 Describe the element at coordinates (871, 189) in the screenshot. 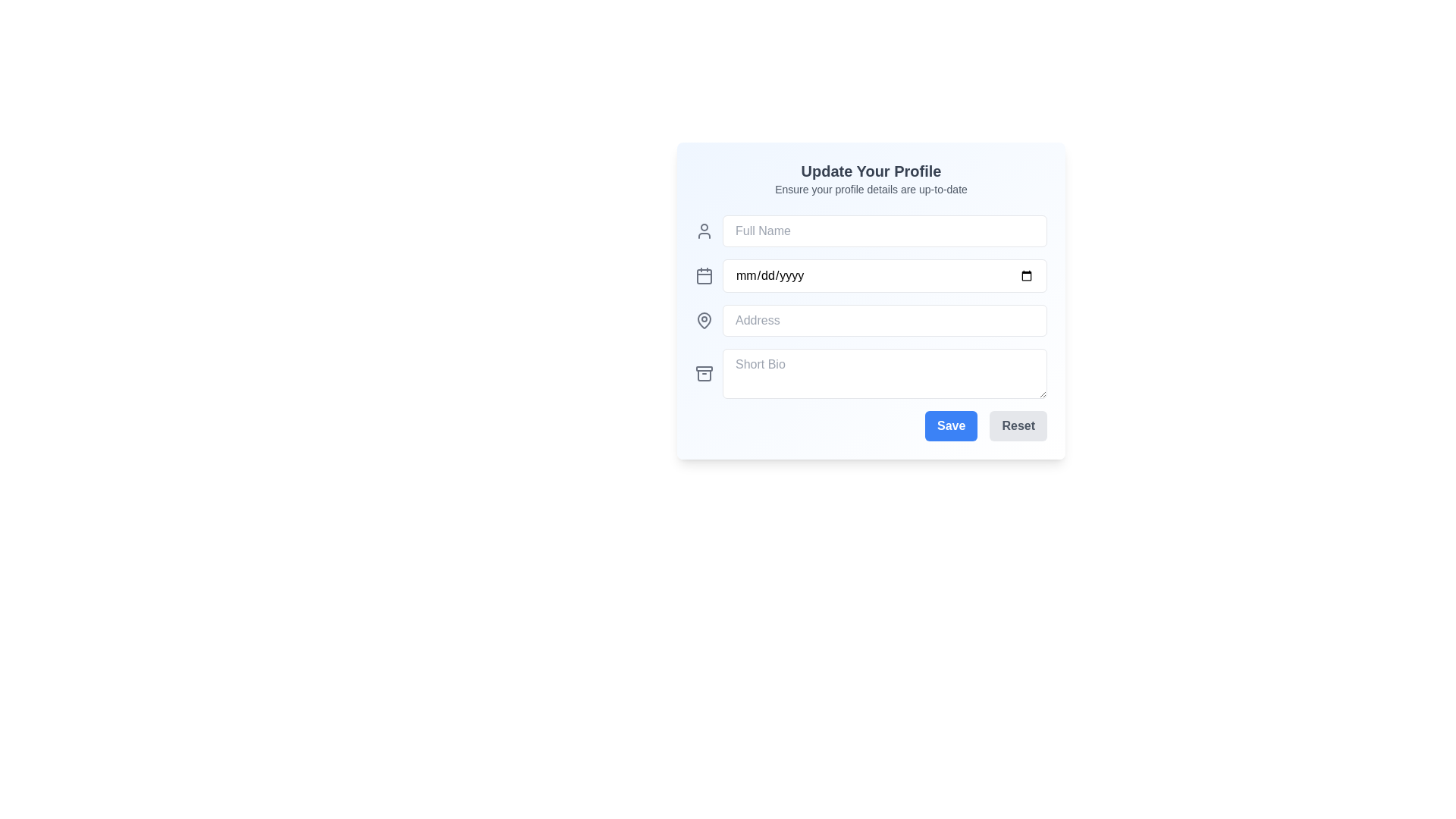

I see `the informational text label that guides the user in maintaining accurate and updated profile details, positioned below the title 'Update Your Profile' and above the input fields` at that location.